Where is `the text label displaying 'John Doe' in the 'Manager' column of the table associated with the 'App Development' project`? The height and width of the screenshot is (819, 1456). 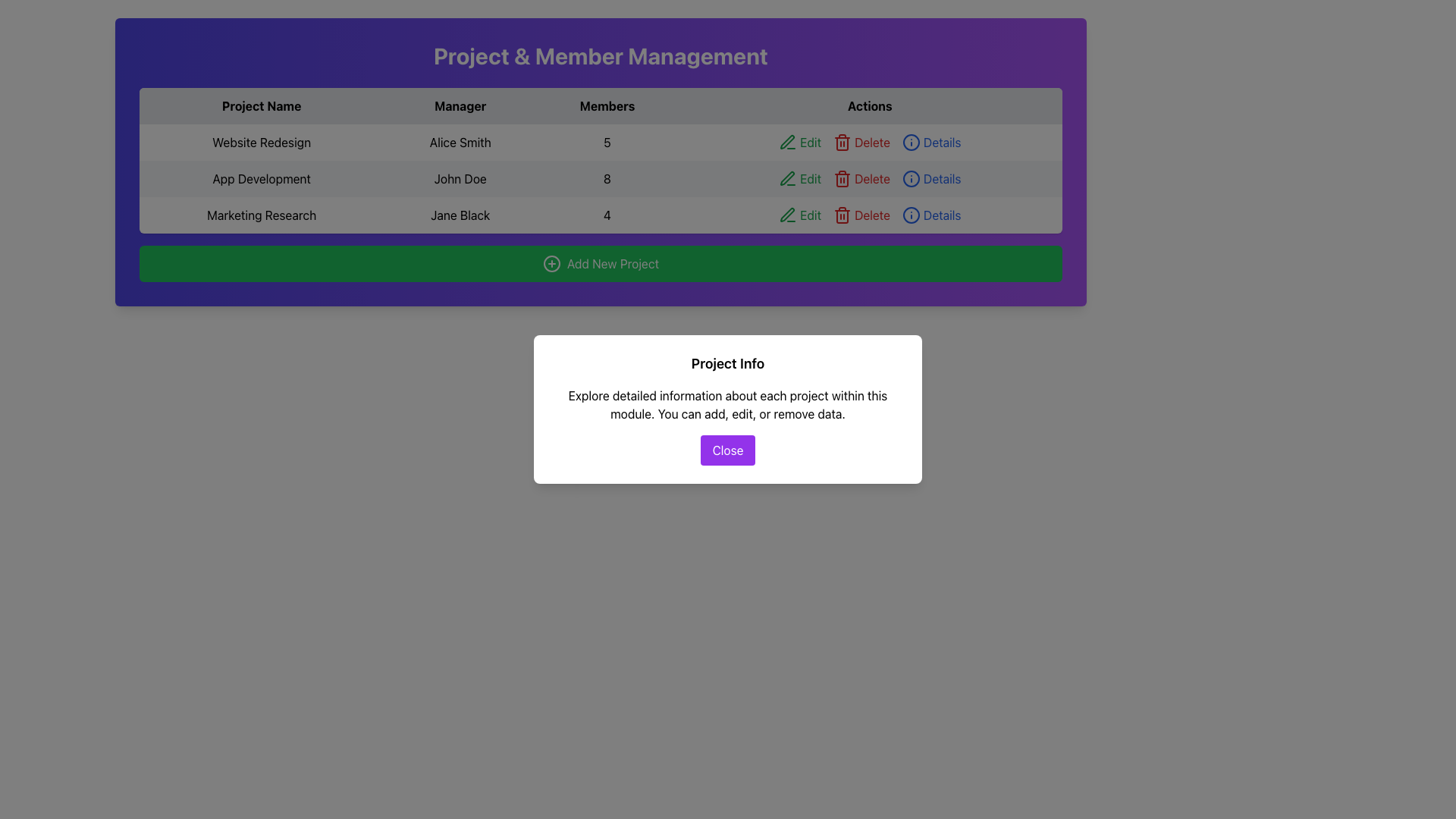
the text label displaying 'John Doe' in the 'Manager' column of the table associated with the 'App Development' project is located at coordinates (460, 177).